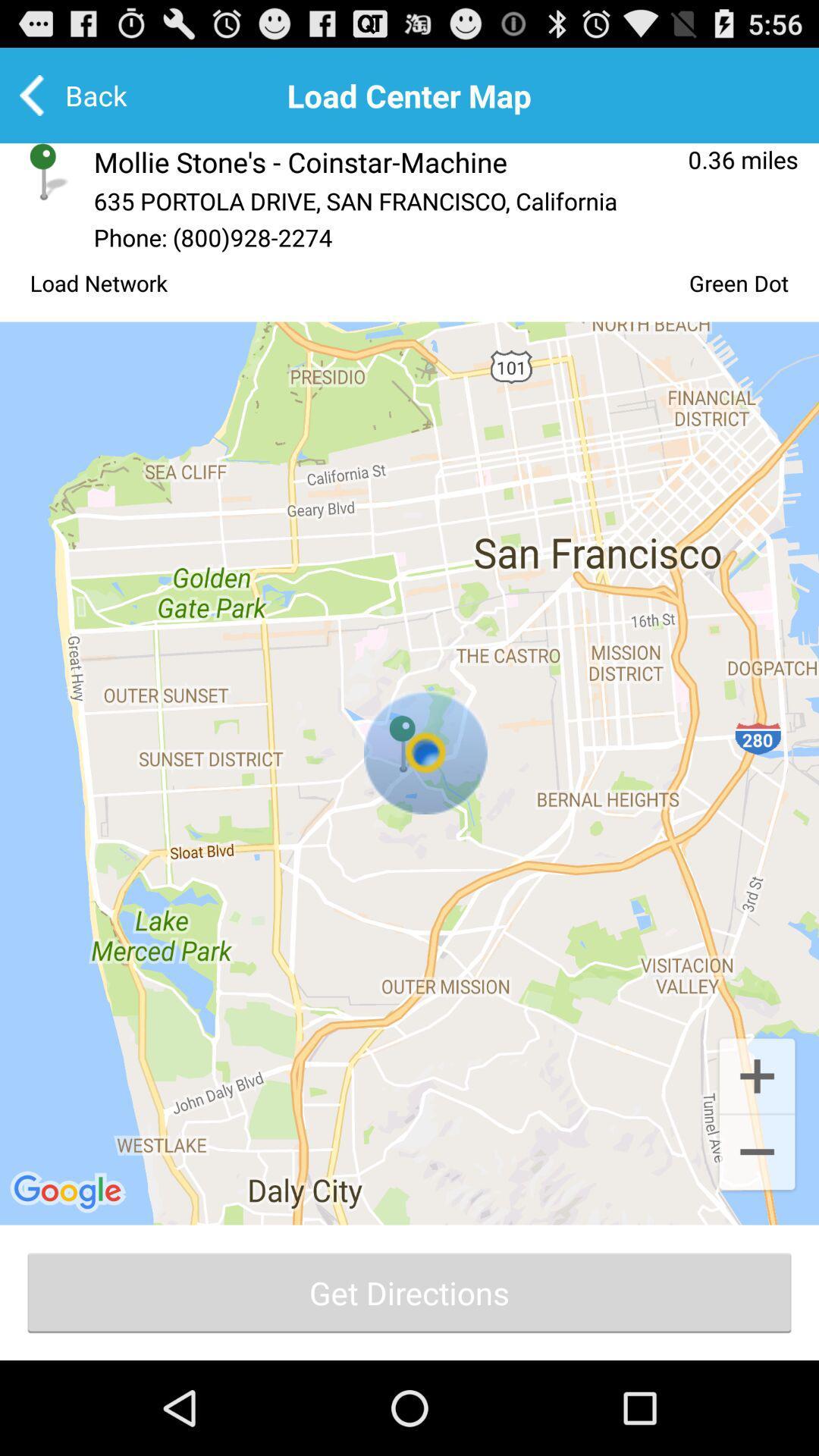 The height and width of the screenshot is (1456, 819). Describe the element at coordinates (83, 94) in the screenshot. I see `the back option` at that location.